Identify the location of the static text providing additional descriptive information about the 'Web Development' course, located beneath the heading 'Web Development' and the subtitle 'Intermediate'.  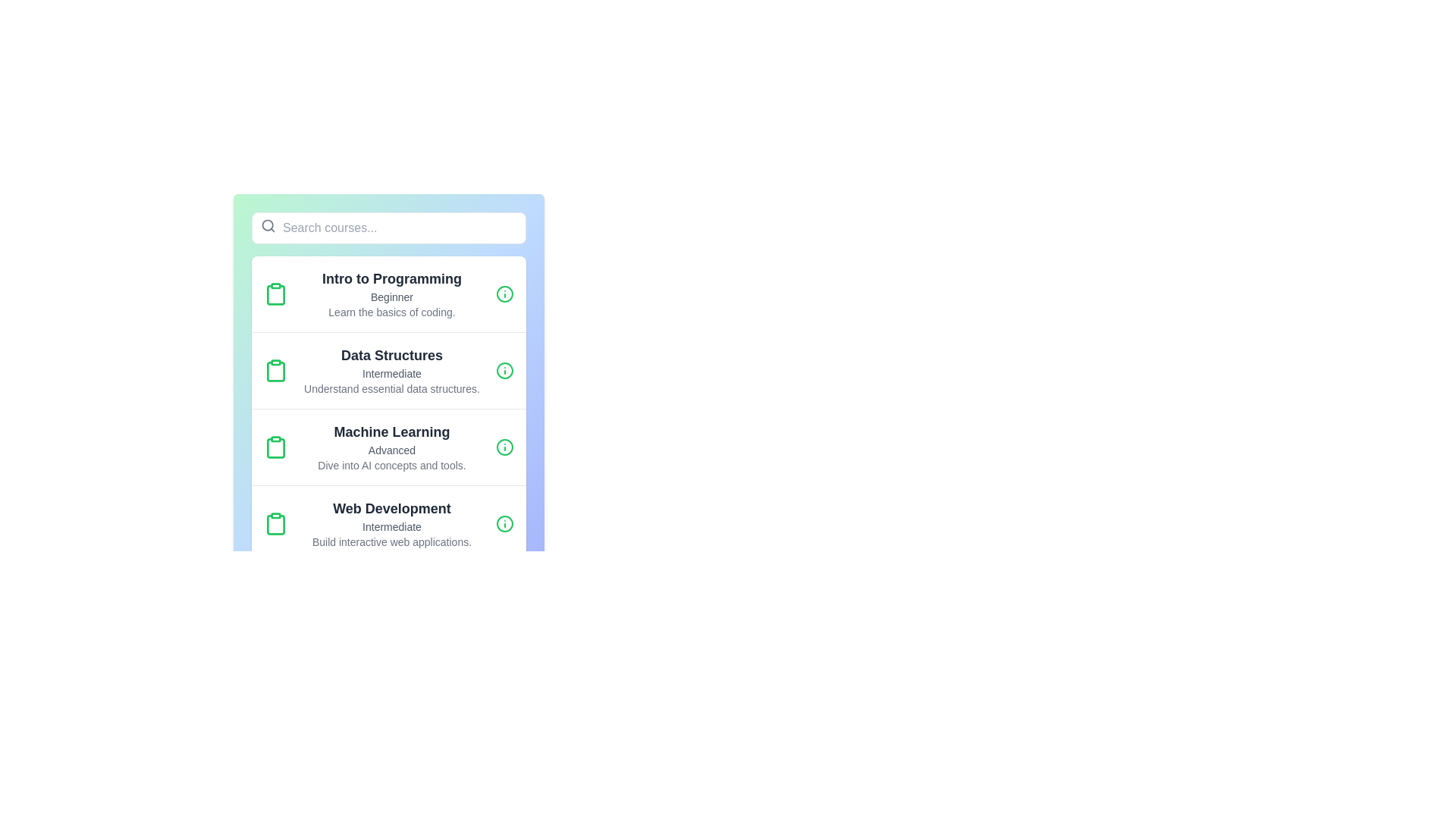
(392, 541).